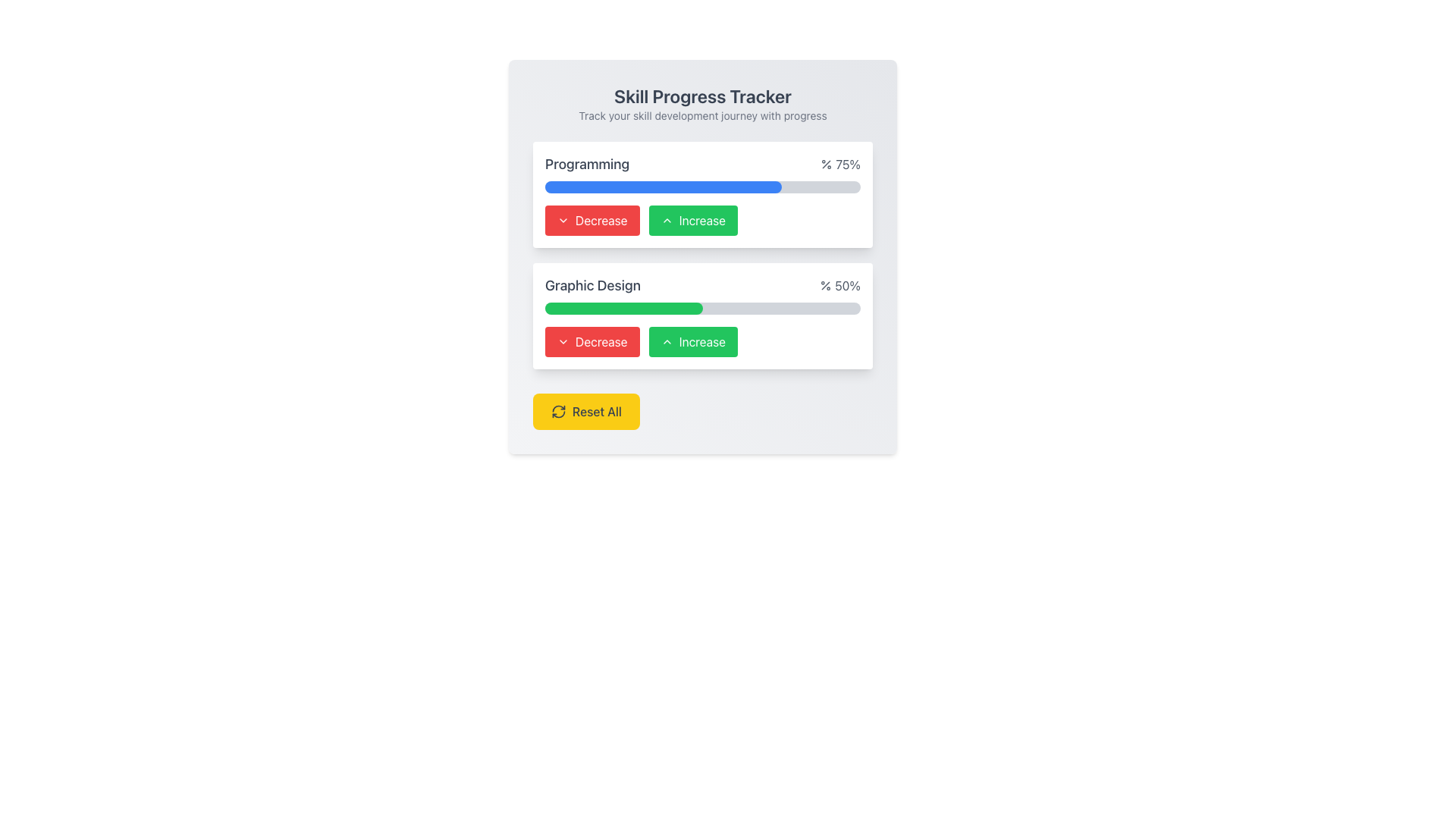 The image size is (1456, 819). Describe the element at coordinates (667, 342) in the screenshot. I see `the 'Increase' icon located at the bottom-right of the 'Graphic Design' skill section, which visually indicates upward change or growth` at that location.